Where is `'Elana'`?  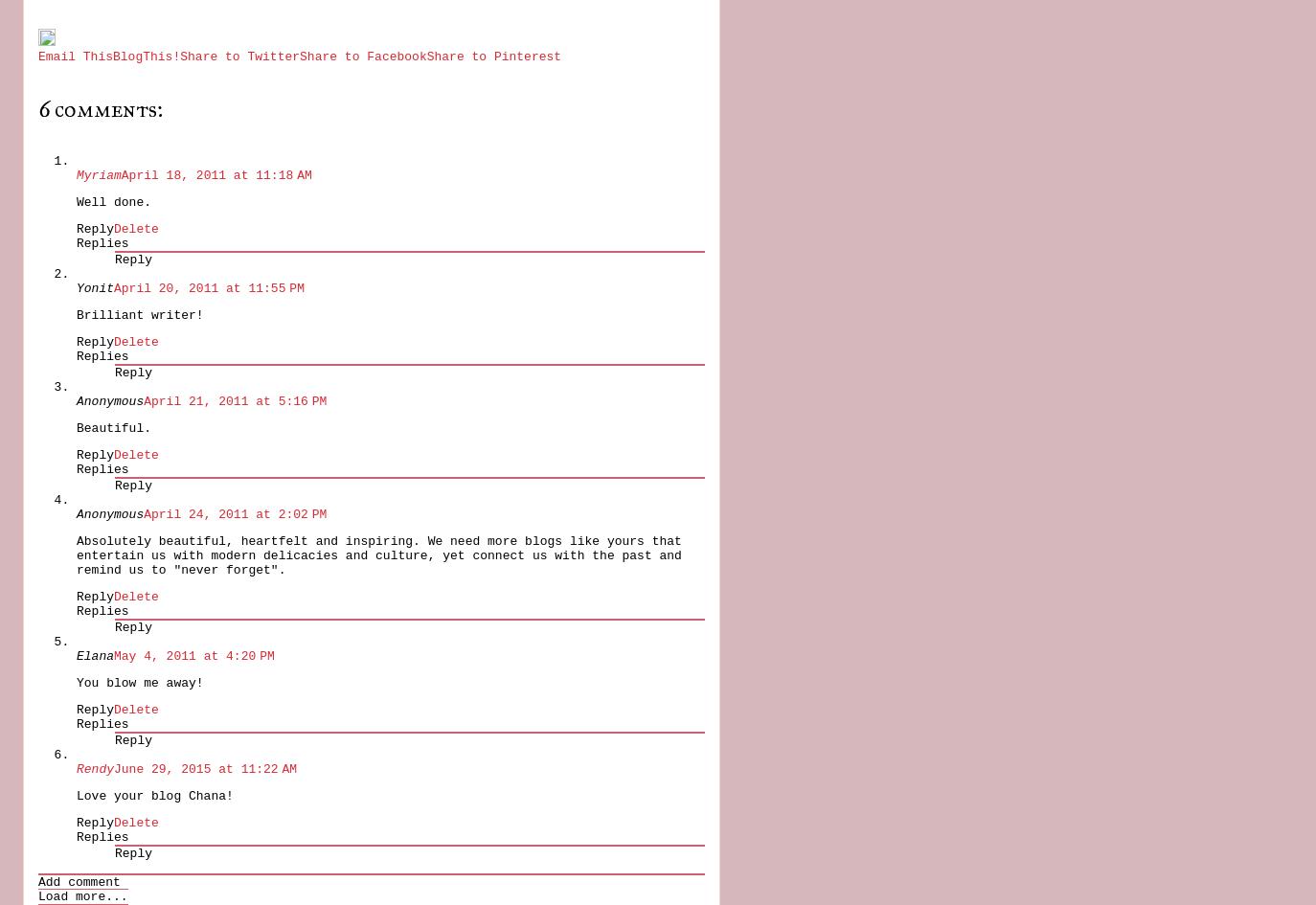
'Elana' is located at coordinates (94, 655).